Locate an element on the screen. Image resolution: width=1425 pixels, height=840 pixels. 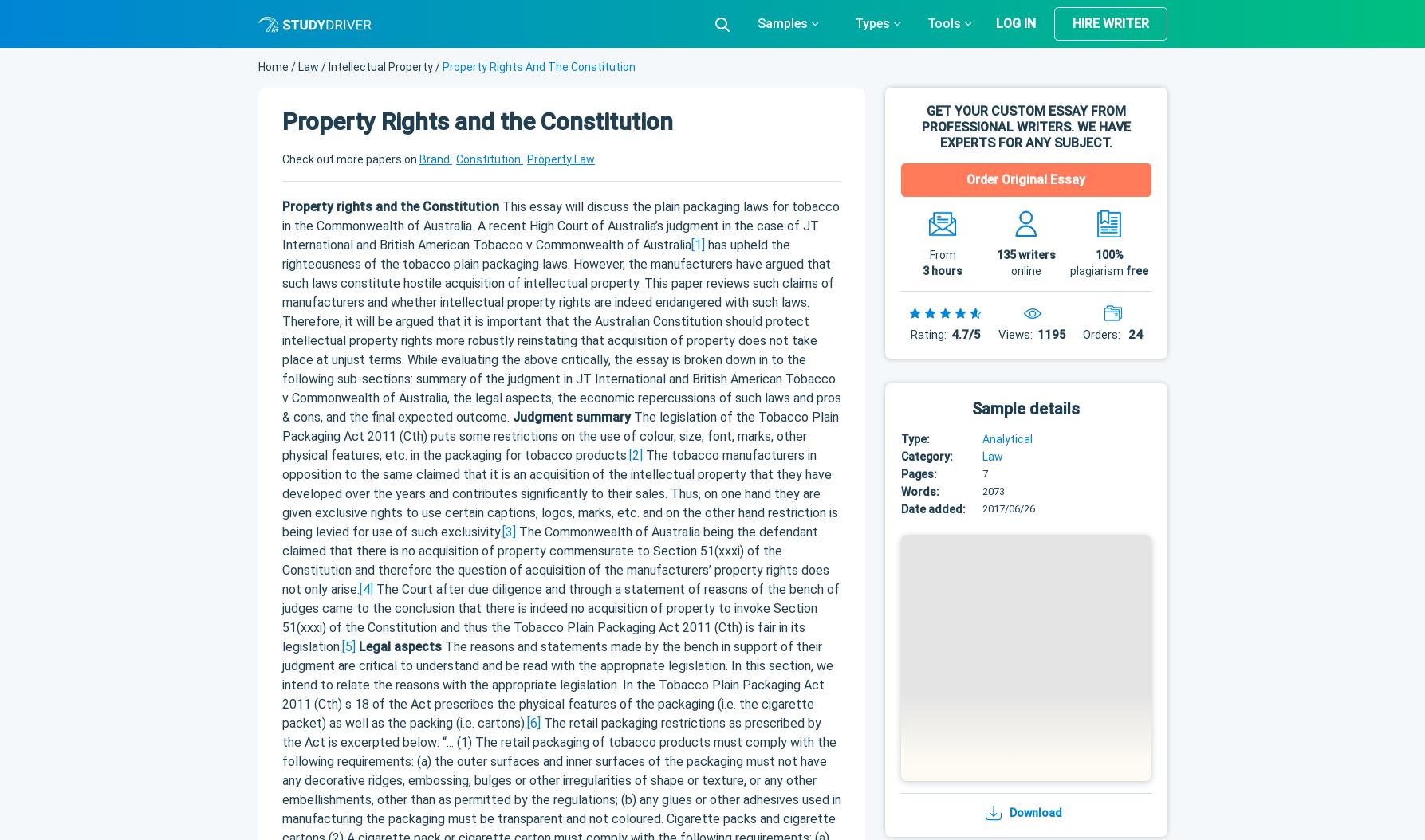
'From' is located at coordinates (942, 254).